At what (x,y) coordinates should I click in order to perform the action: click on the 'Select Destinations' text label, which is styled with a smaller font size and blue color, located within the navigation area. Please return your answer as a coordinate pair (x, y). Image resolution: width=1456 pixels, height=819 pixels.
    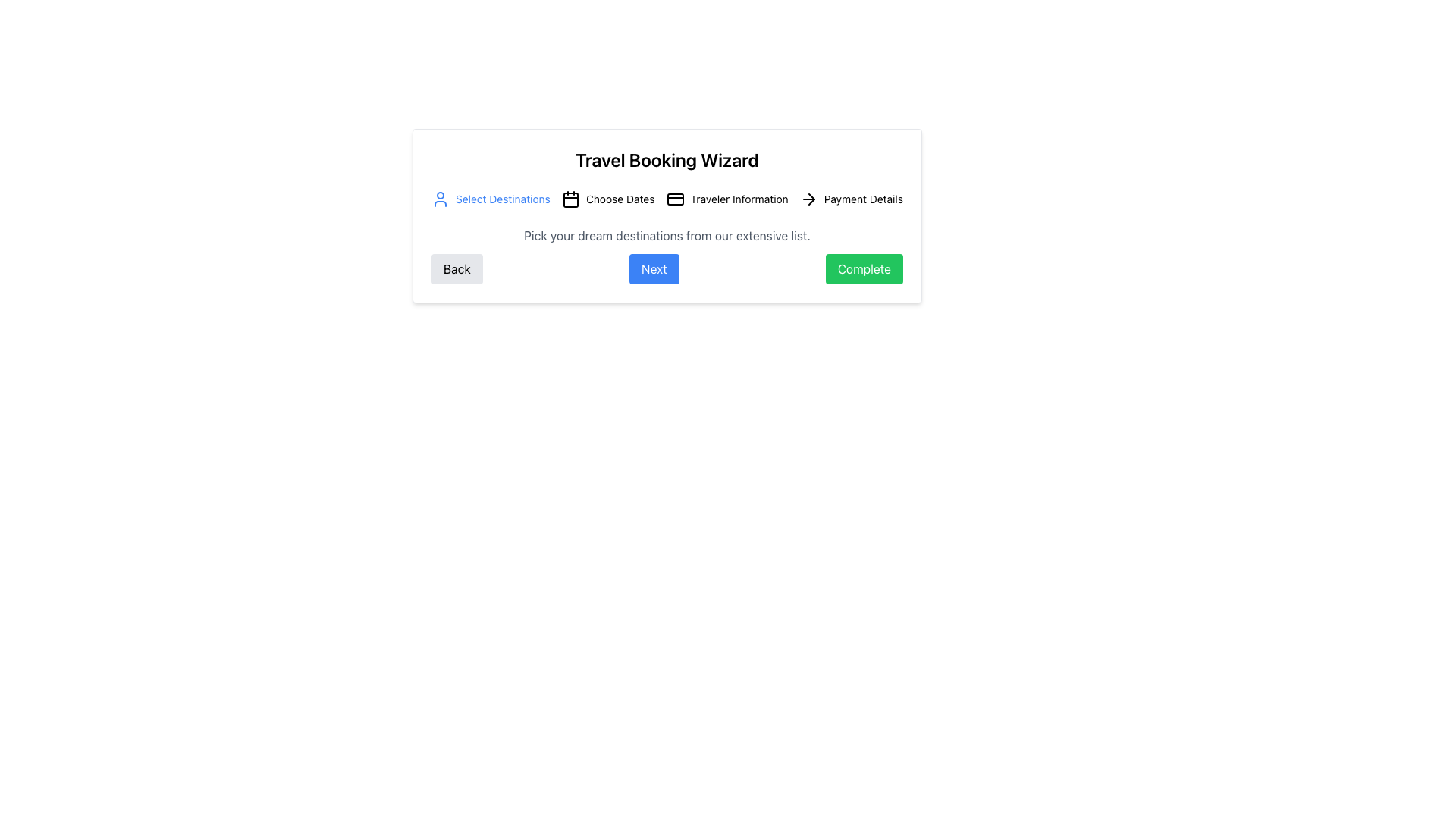
    Looking at the image, I should click on (503, 198).